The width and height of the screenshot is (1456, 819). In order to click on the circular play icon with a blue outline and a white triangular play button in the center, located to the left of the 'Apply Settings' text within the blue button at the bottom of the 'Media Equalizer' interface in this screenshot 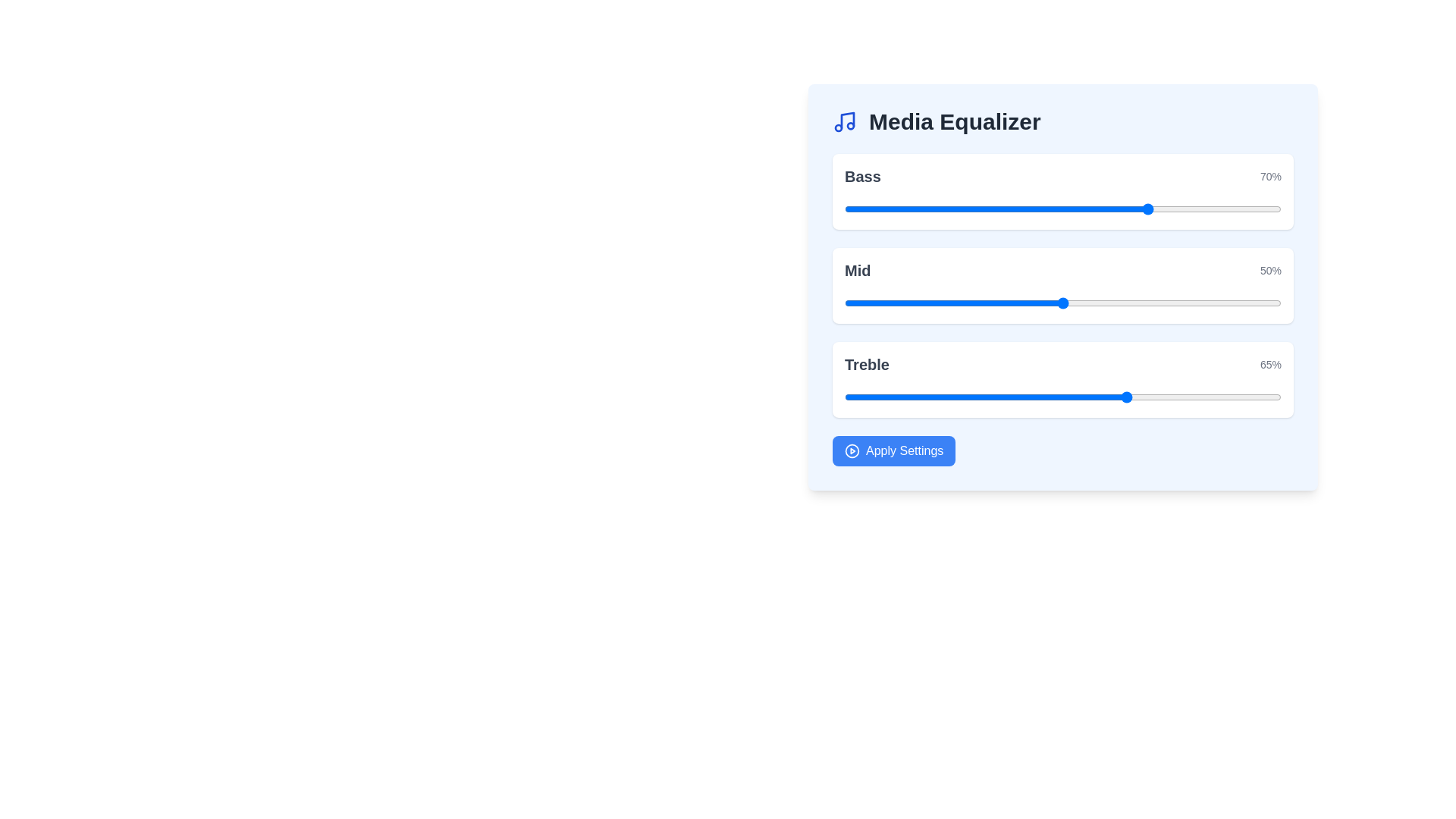, I will do `click(852, 450)`.